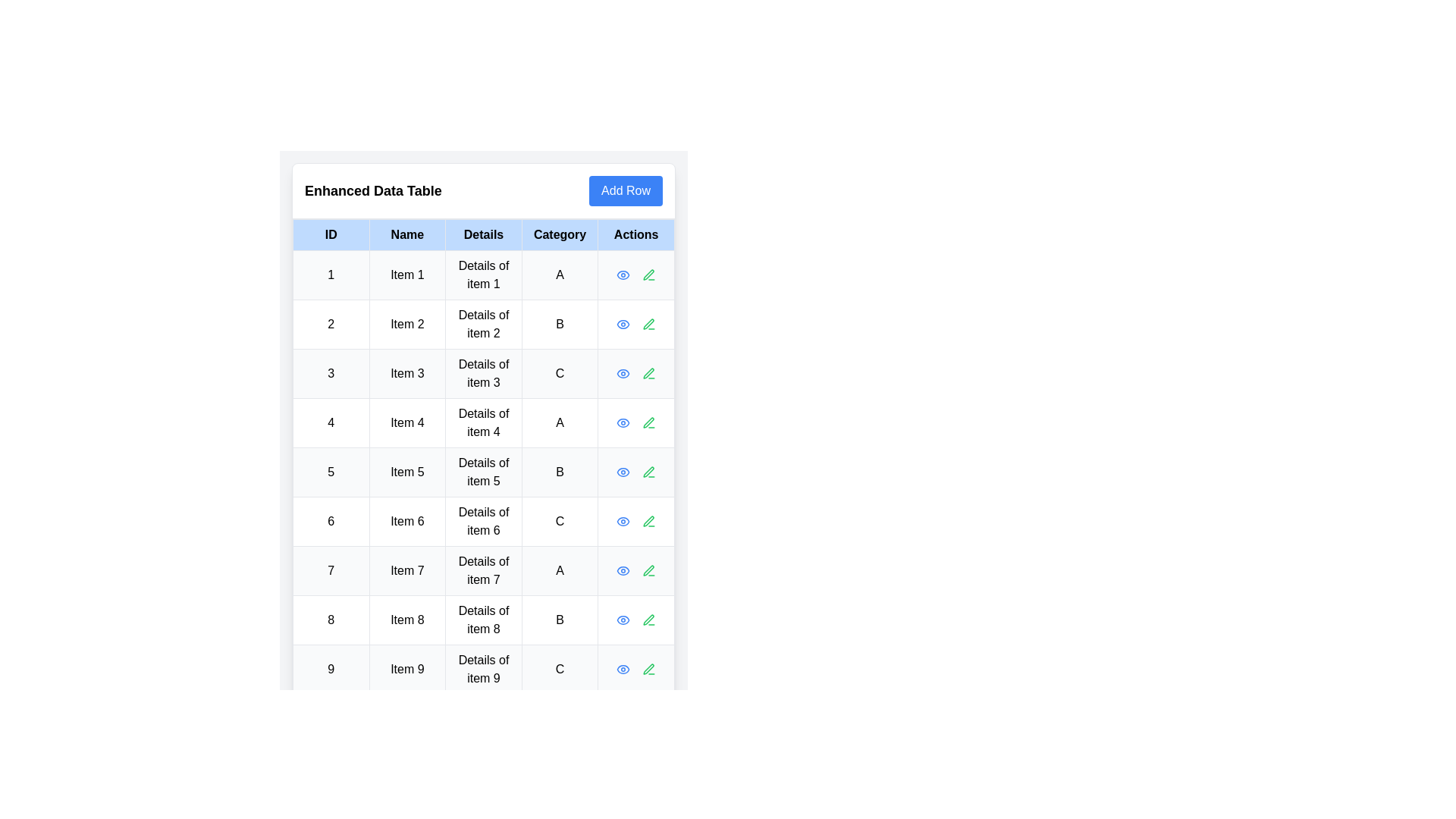  I want to click on the edit button located in the 'Actions' column of the fourth row in the data table, so click(649, 423).